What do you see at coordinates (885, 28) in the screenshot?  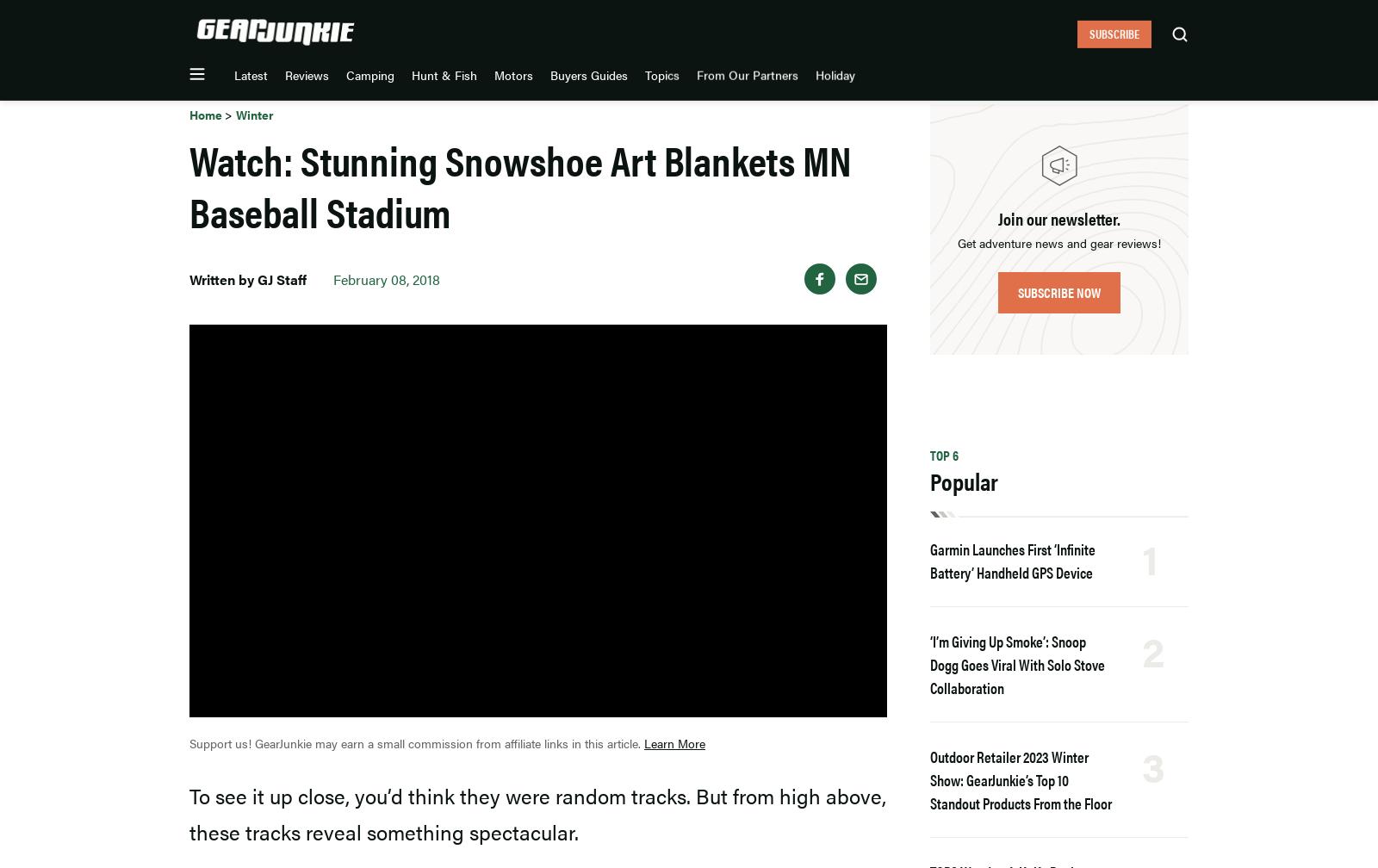 I see `'From Our Partners'` at bounding box center [885, 28].